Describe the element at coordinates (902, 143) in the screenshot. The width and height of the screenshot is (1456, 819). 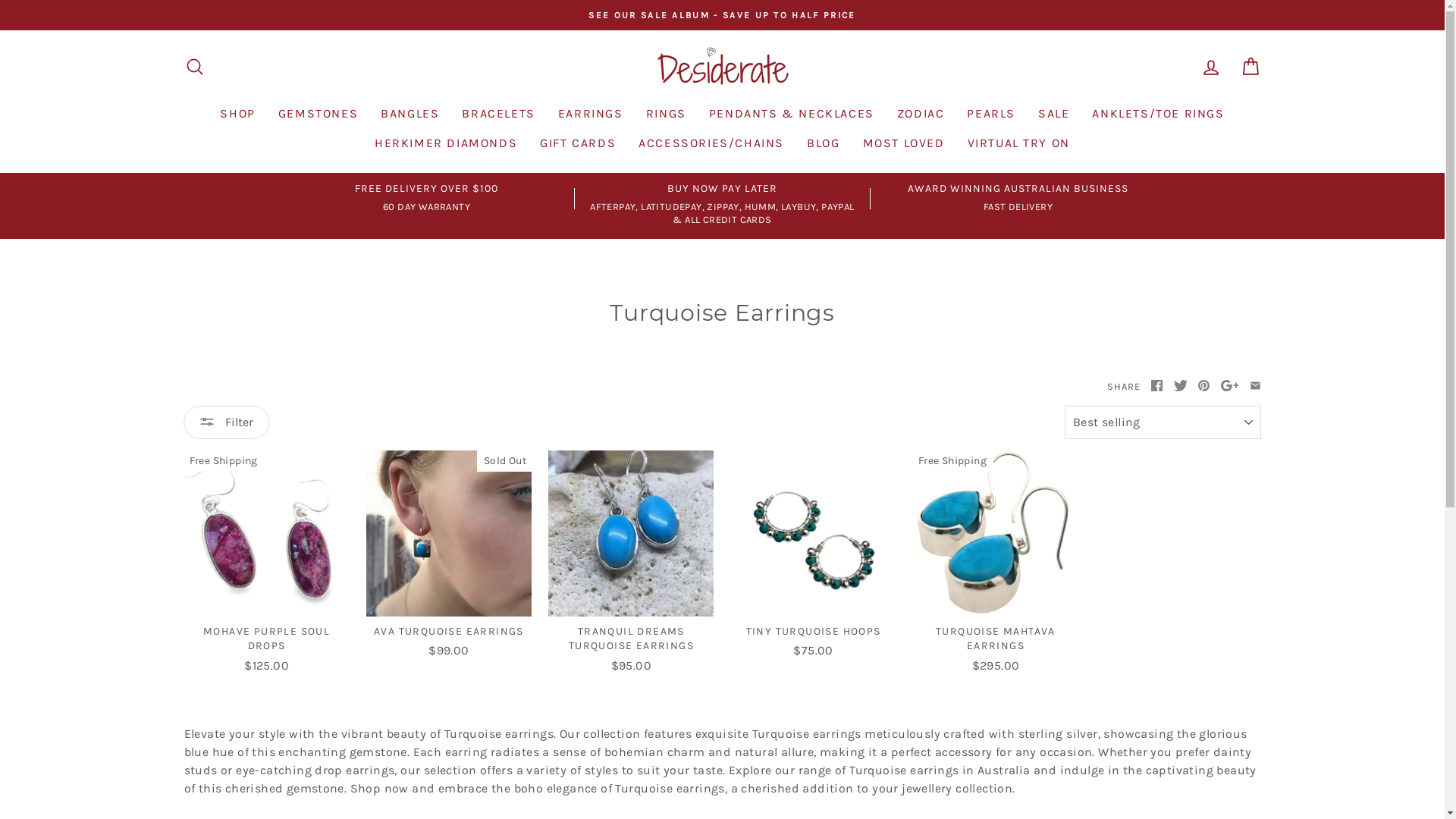
I see `'MOST LOVED'` at that location.